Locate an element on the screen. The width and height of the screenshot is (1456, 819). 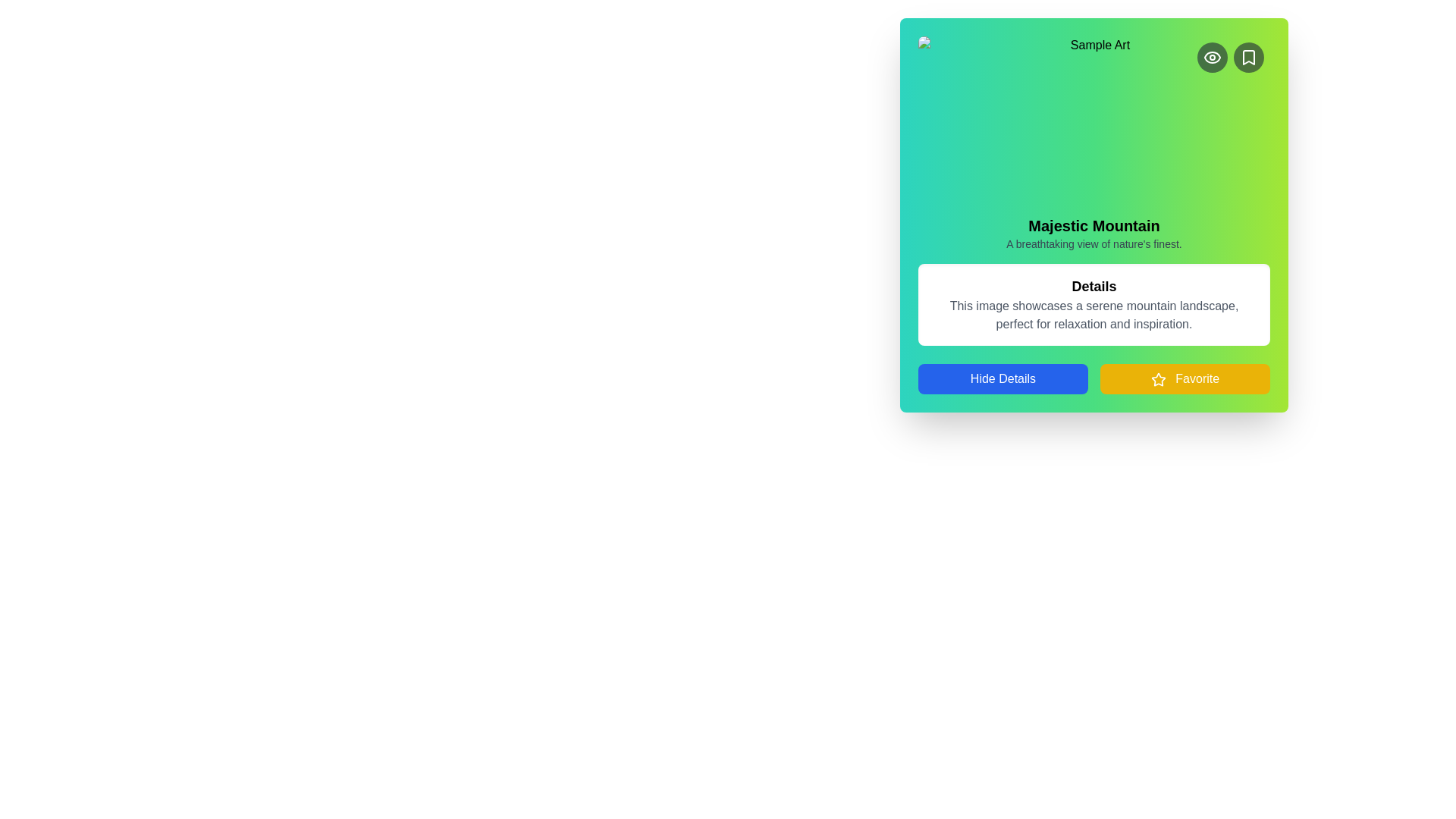
the descriptive text label that provides additional context about 'Majestic Mountain', which is positioned directly below the title text is located at coordinates (1094, 243).